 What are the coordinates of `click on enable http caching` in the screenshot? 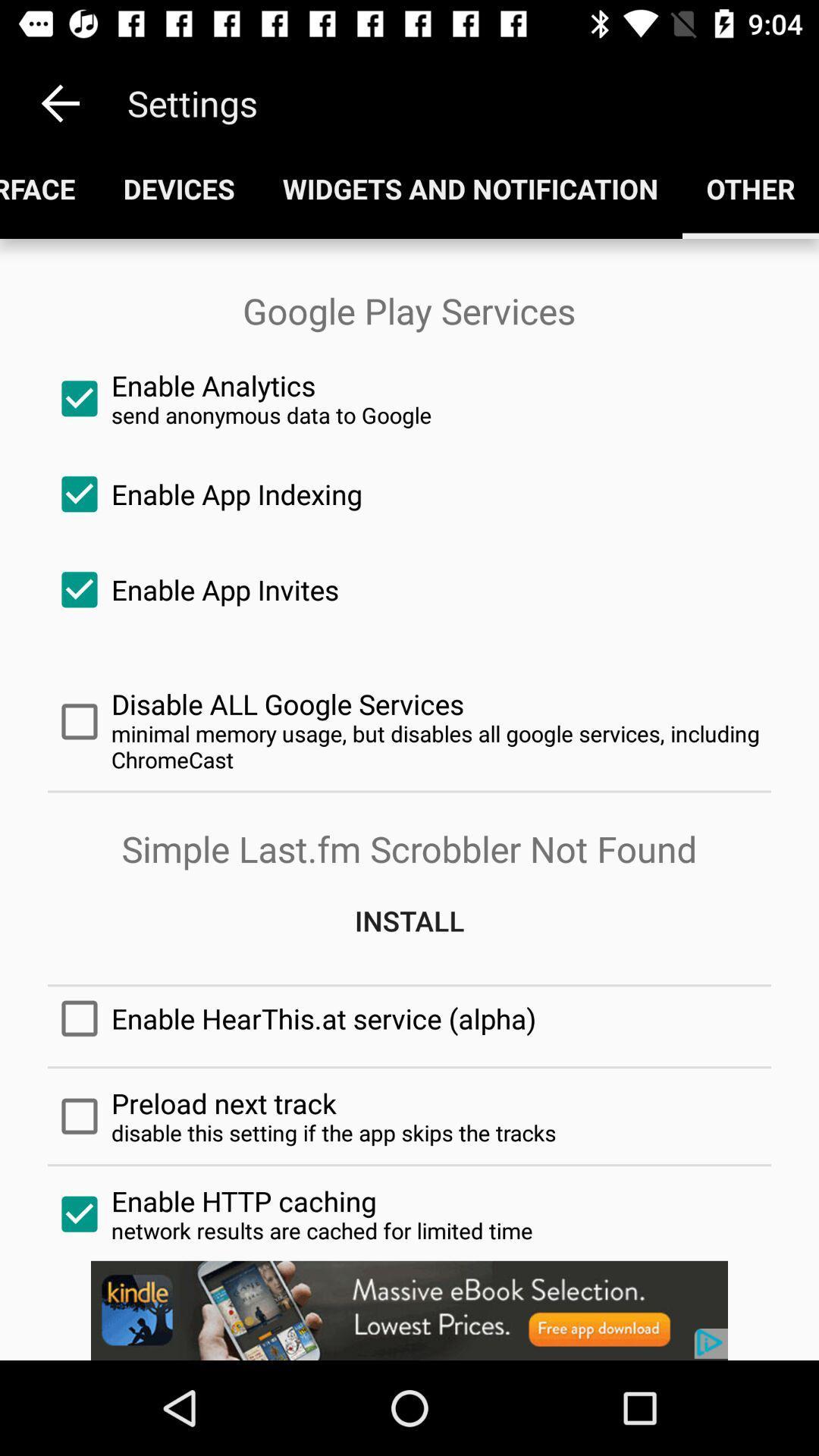 It's located at (409, 1214).